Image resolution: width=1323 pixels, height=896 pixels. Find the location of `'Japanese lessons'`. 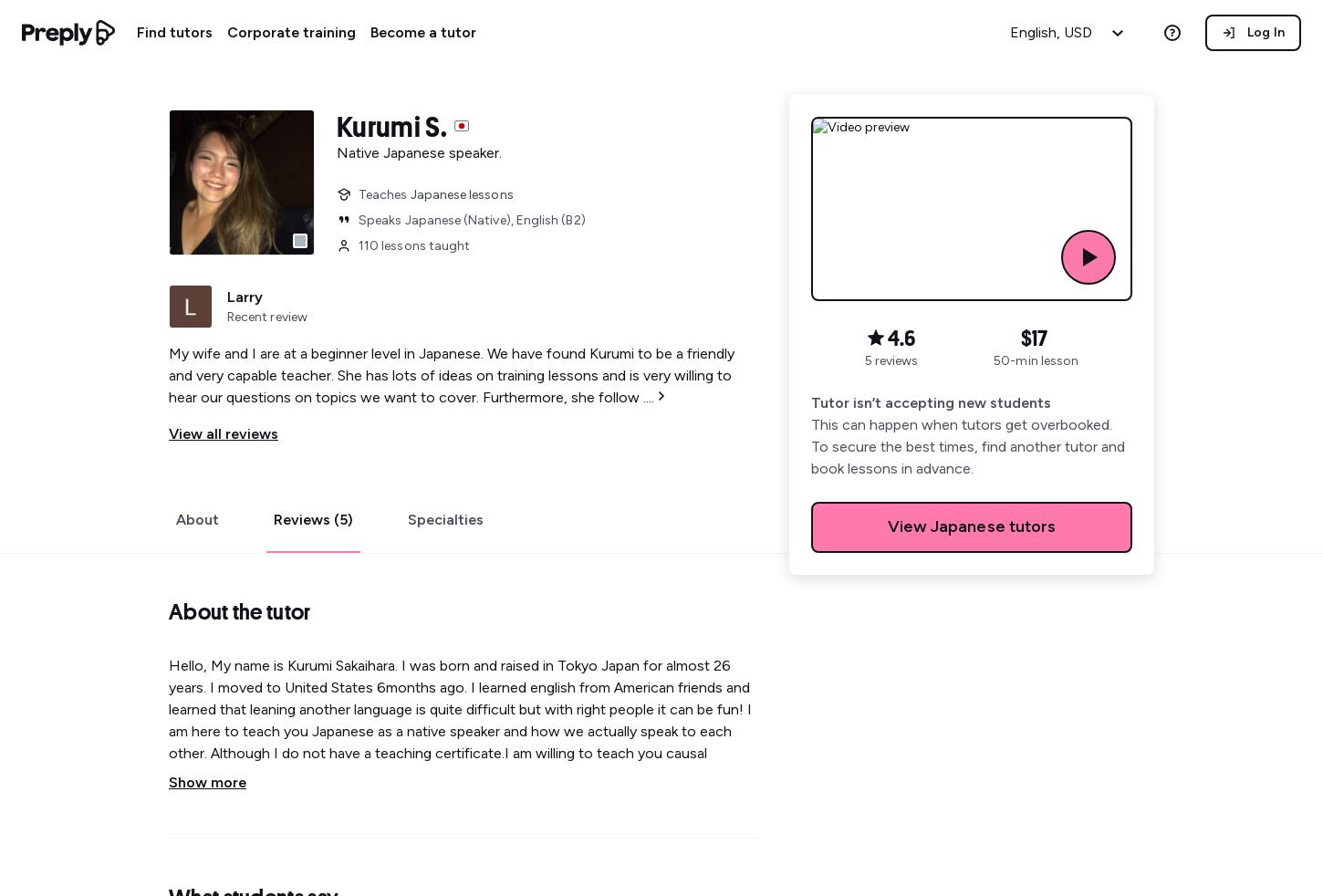

'Japanese lessons' is located at coordinates (461, 193).